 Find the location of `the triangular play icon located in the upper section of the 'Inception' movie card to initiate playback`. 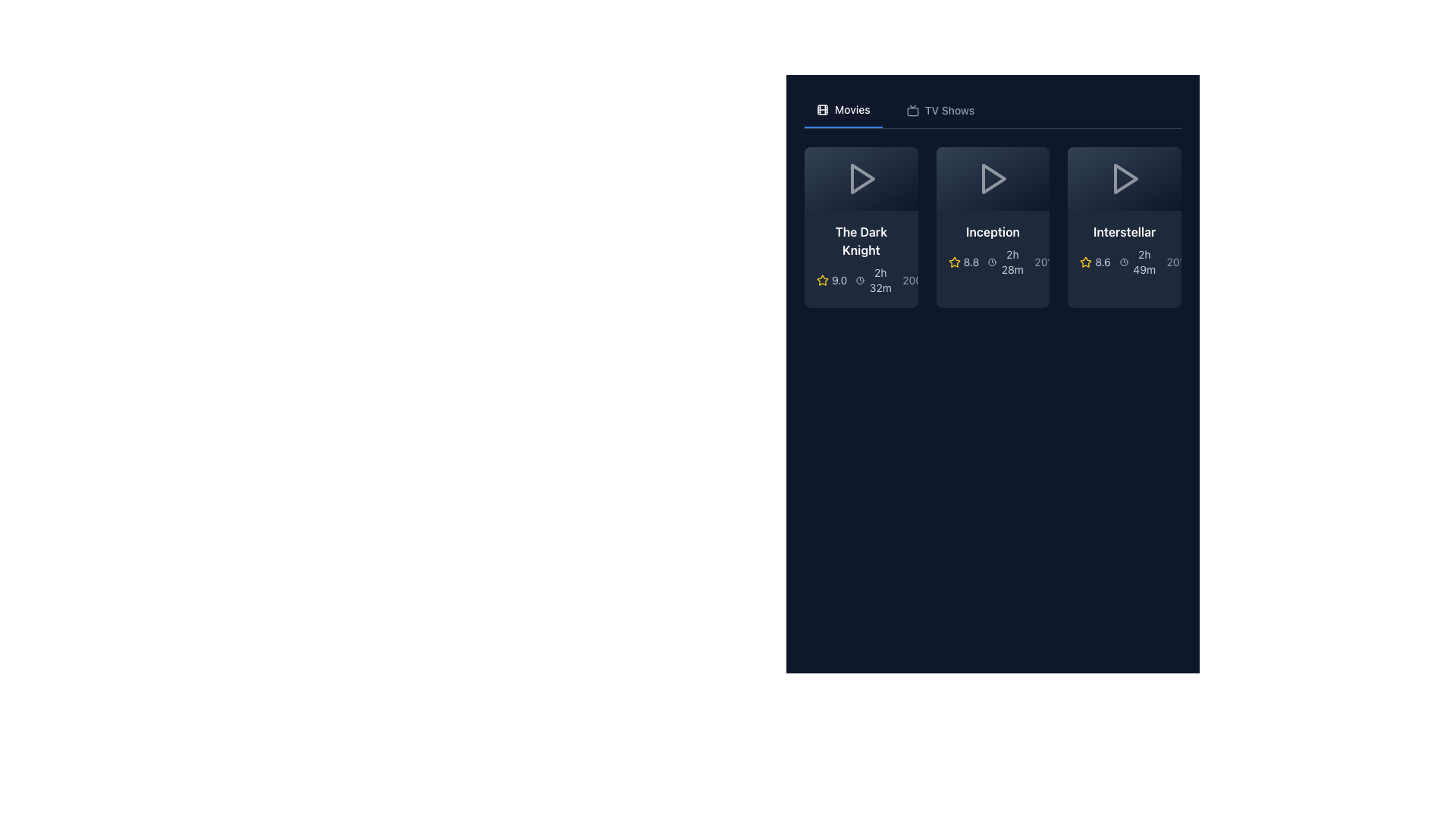

the triangular play icon located in the upper section of the 'Inception' movie card to initiate playback is located at coordinates (994, 178).